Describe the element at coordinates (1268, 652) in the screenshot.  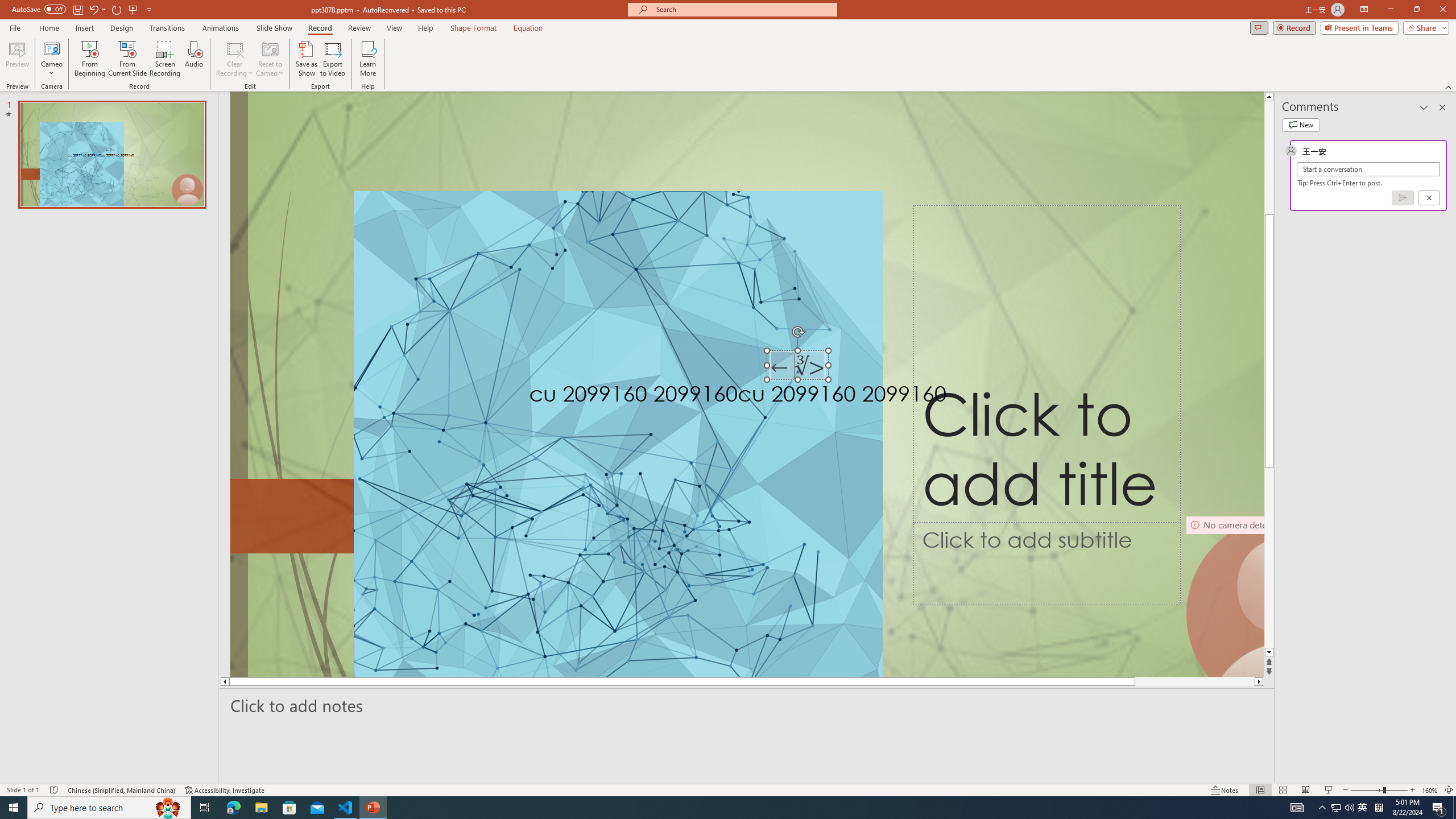
I see `'Line down'` at that location.